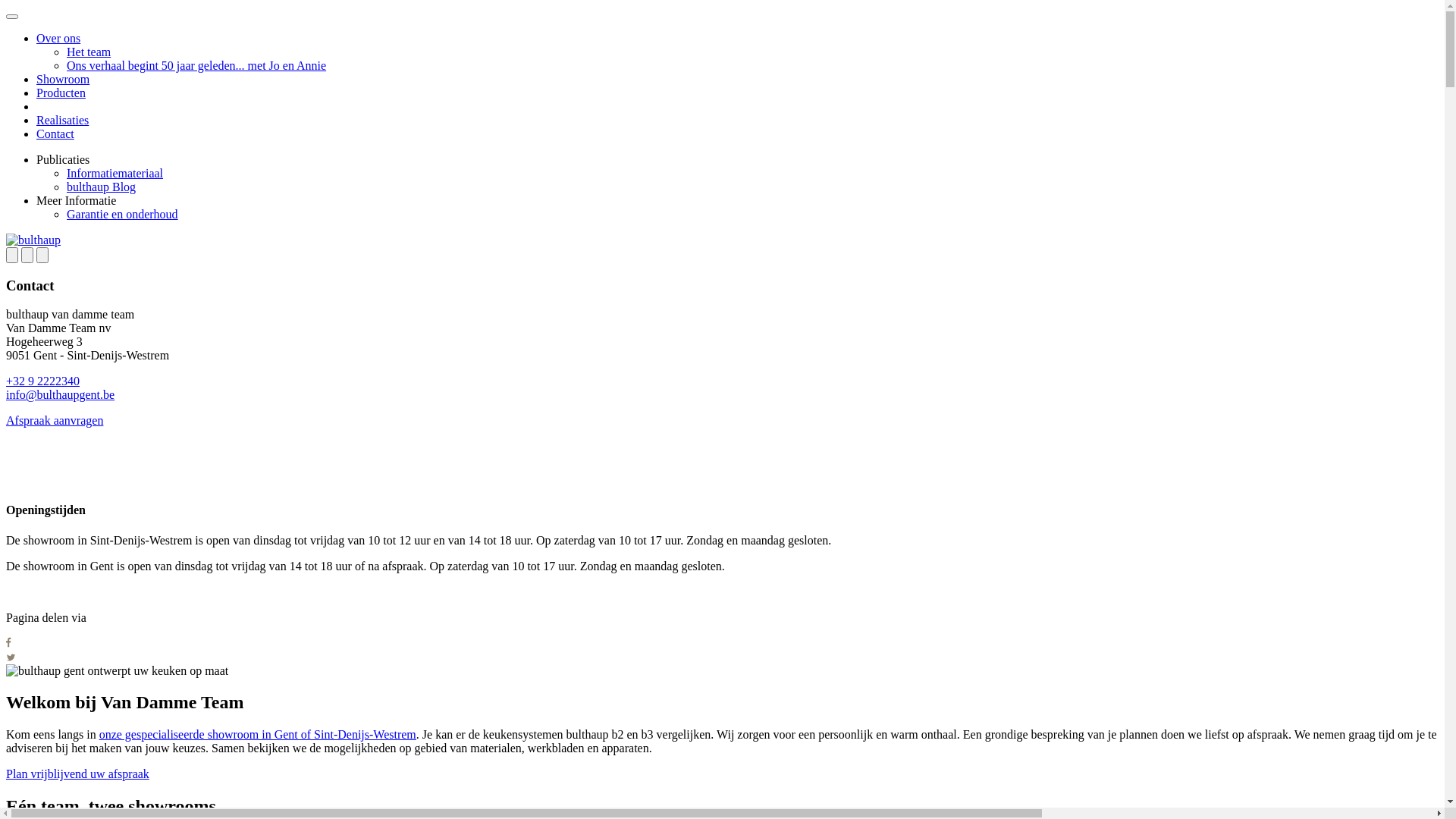 This screenshot has height=819, width=1456. What do you see at coordinates (55, 420) in the screenshot?
I see `'Afspraak aanvragen'` at bounding box center [55, 420].